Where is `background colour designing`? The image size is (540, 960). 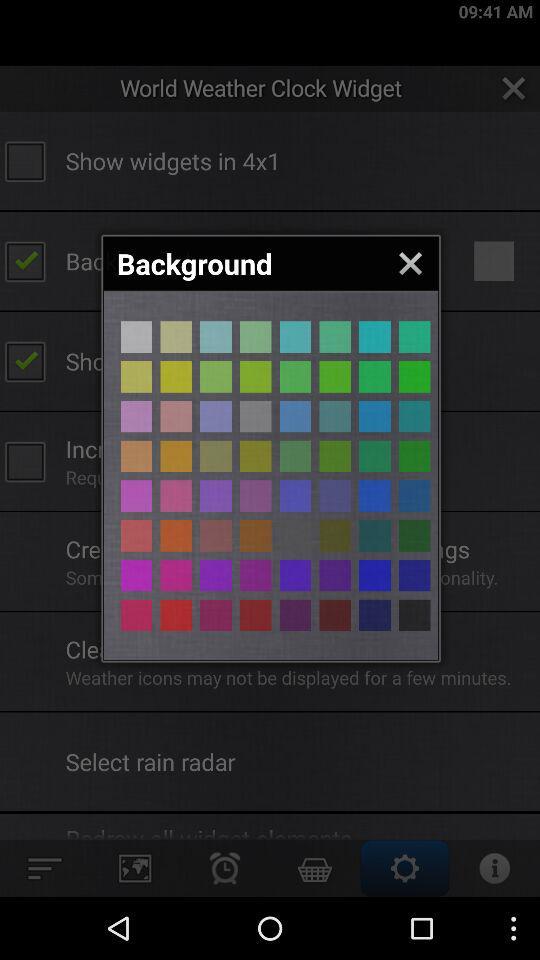
background colour designing is located at coordinates (335, 337).